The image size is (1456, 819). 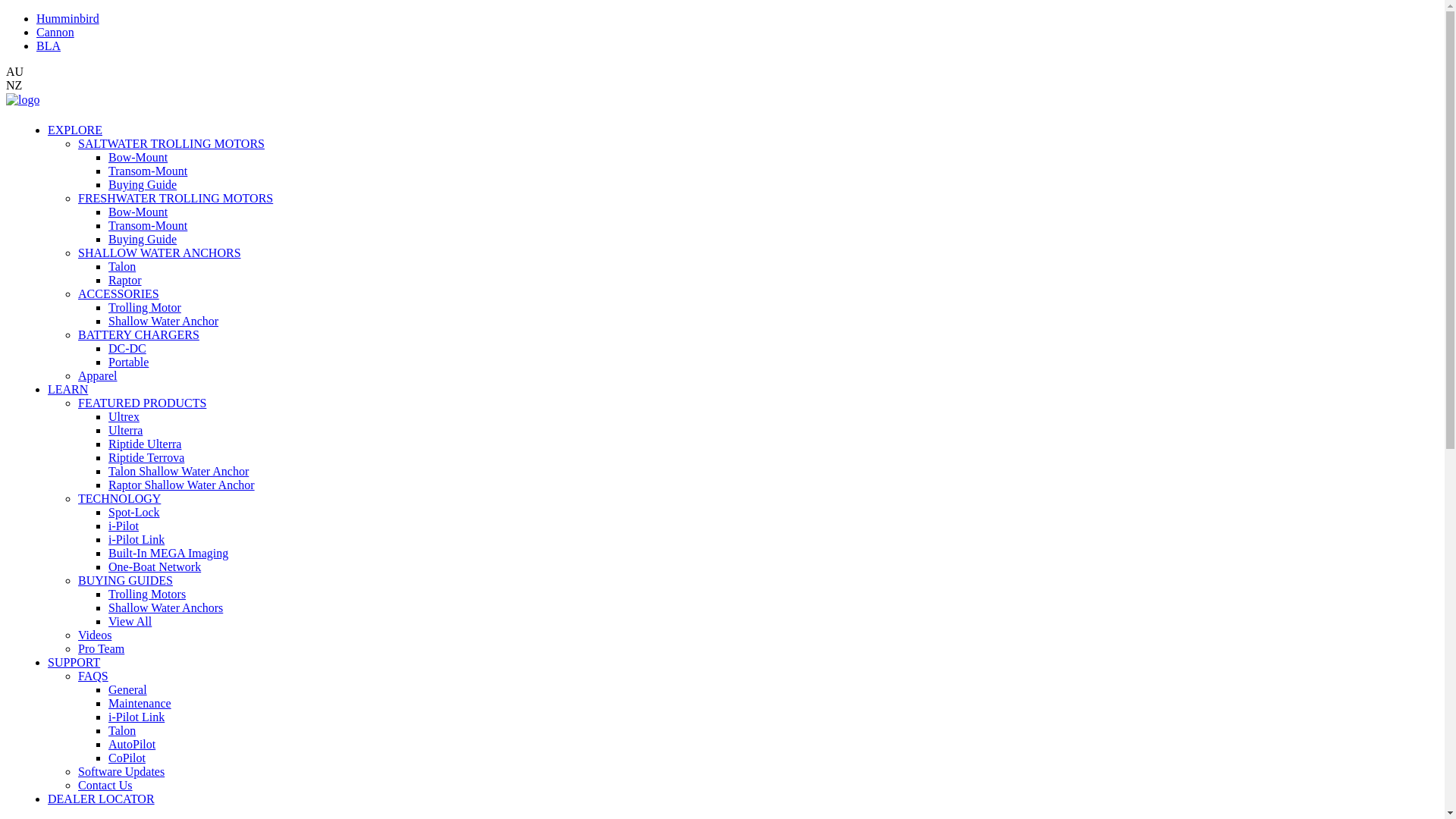 What do you see at coordinates (108, 444) in the screenshot?
I see `'Riptide Ulterra'` at bounding box center [108, 444].